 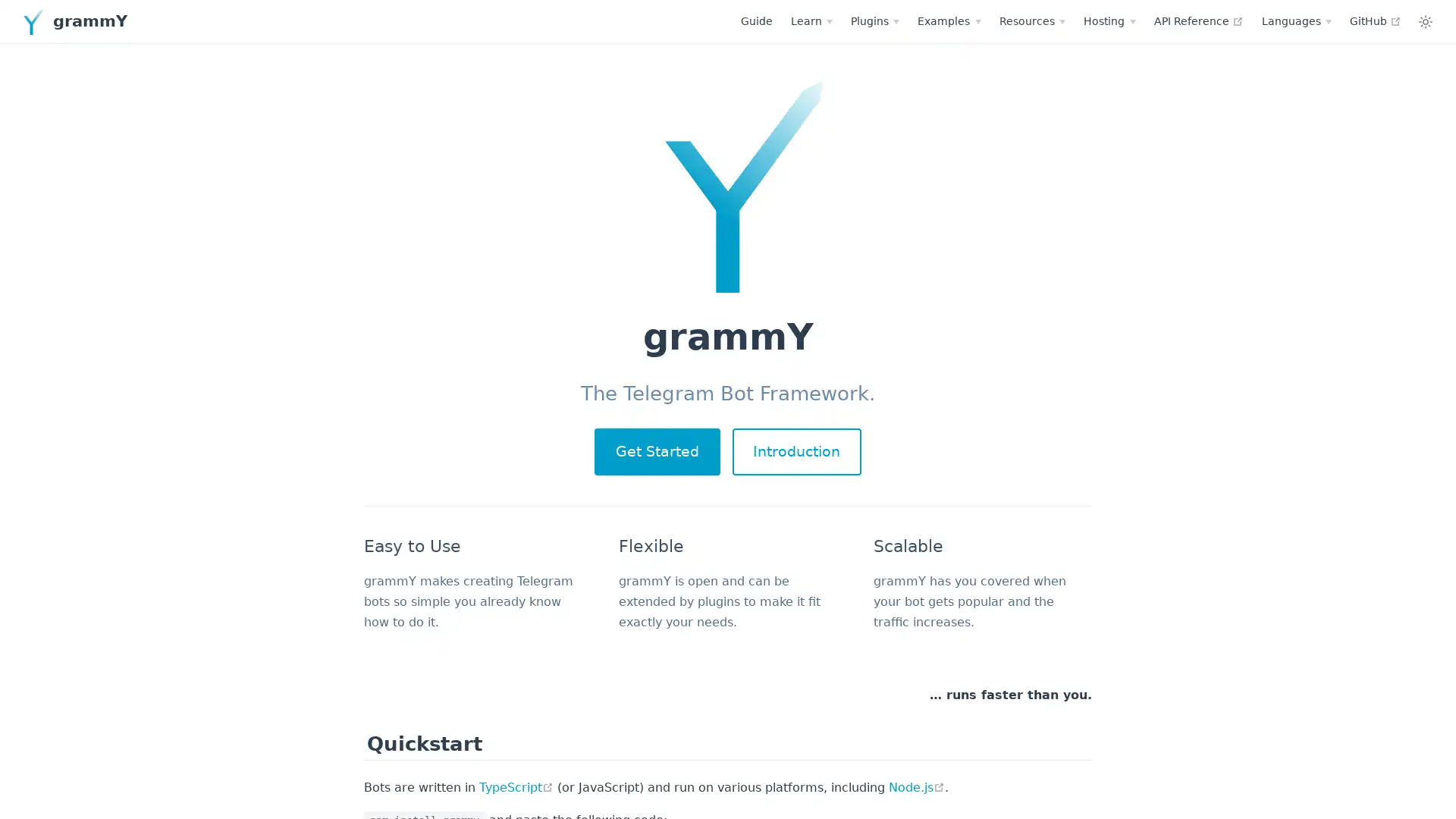 I want to click on Search, so click(x=1376, y=22).